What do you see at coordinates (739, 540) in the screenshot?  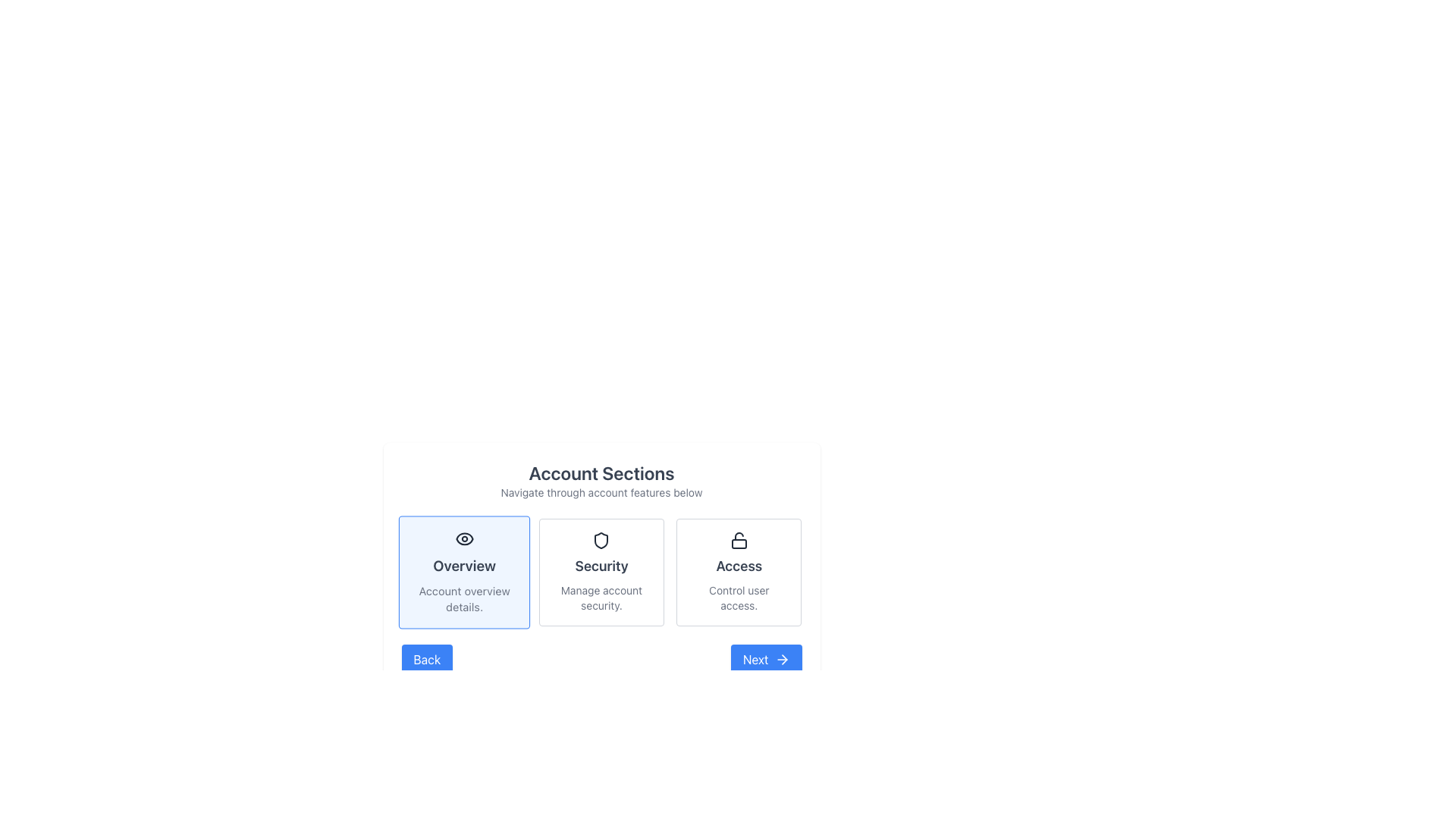 I see `the access control icon located in the upper portion of the 'Access' card, which is the third card in the horizontal row of three within the 'Account Sections' section` at bounding box center [739, 540].